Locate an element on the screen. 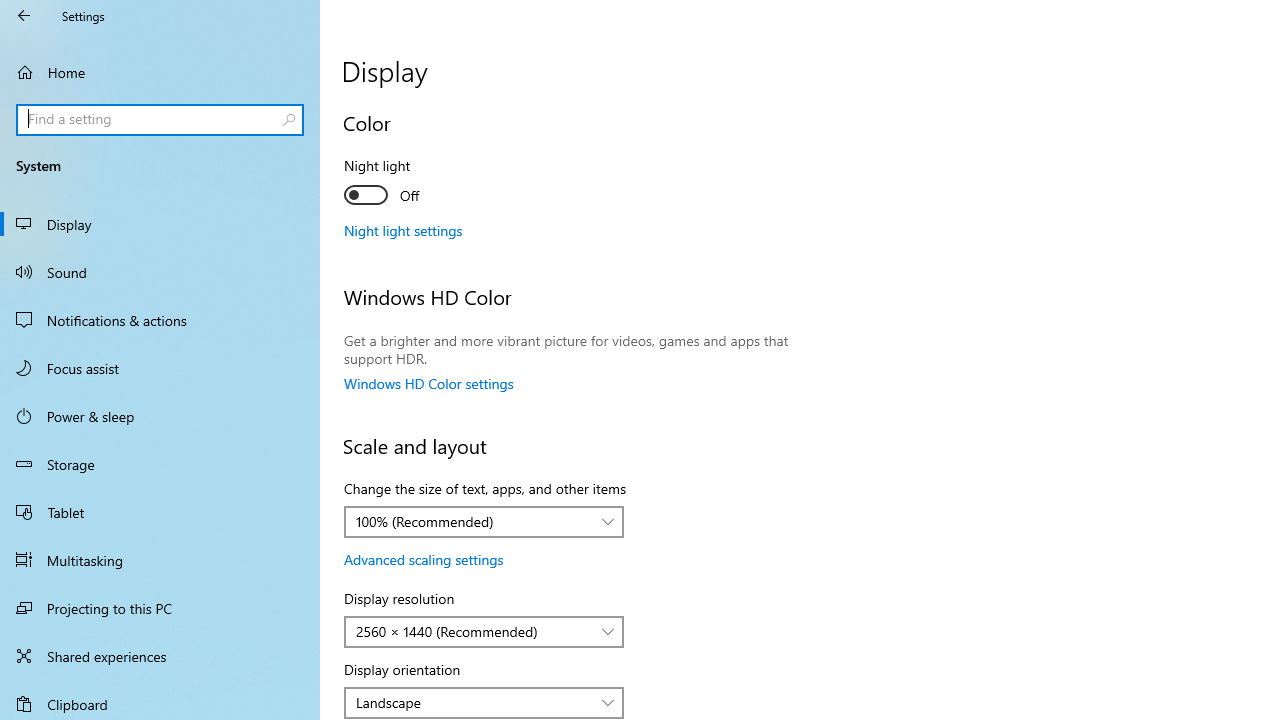 This screenshot has width=1280, height=720. 'Change the size of text, apps, and other items' is located at coordinates (484, 521).